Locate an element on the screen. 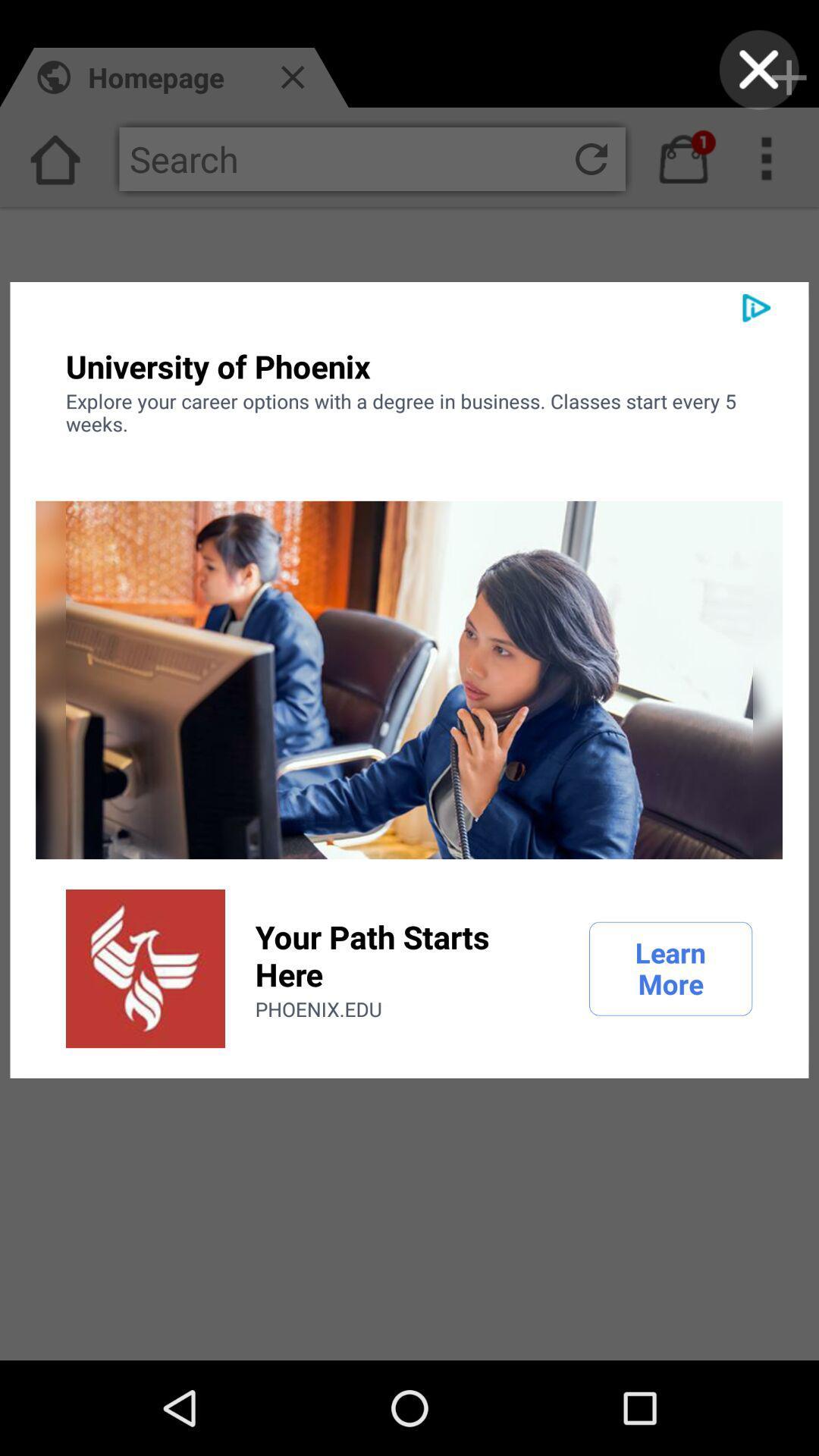  the item to the right of the your path starts is located at coordinates (670, 968).